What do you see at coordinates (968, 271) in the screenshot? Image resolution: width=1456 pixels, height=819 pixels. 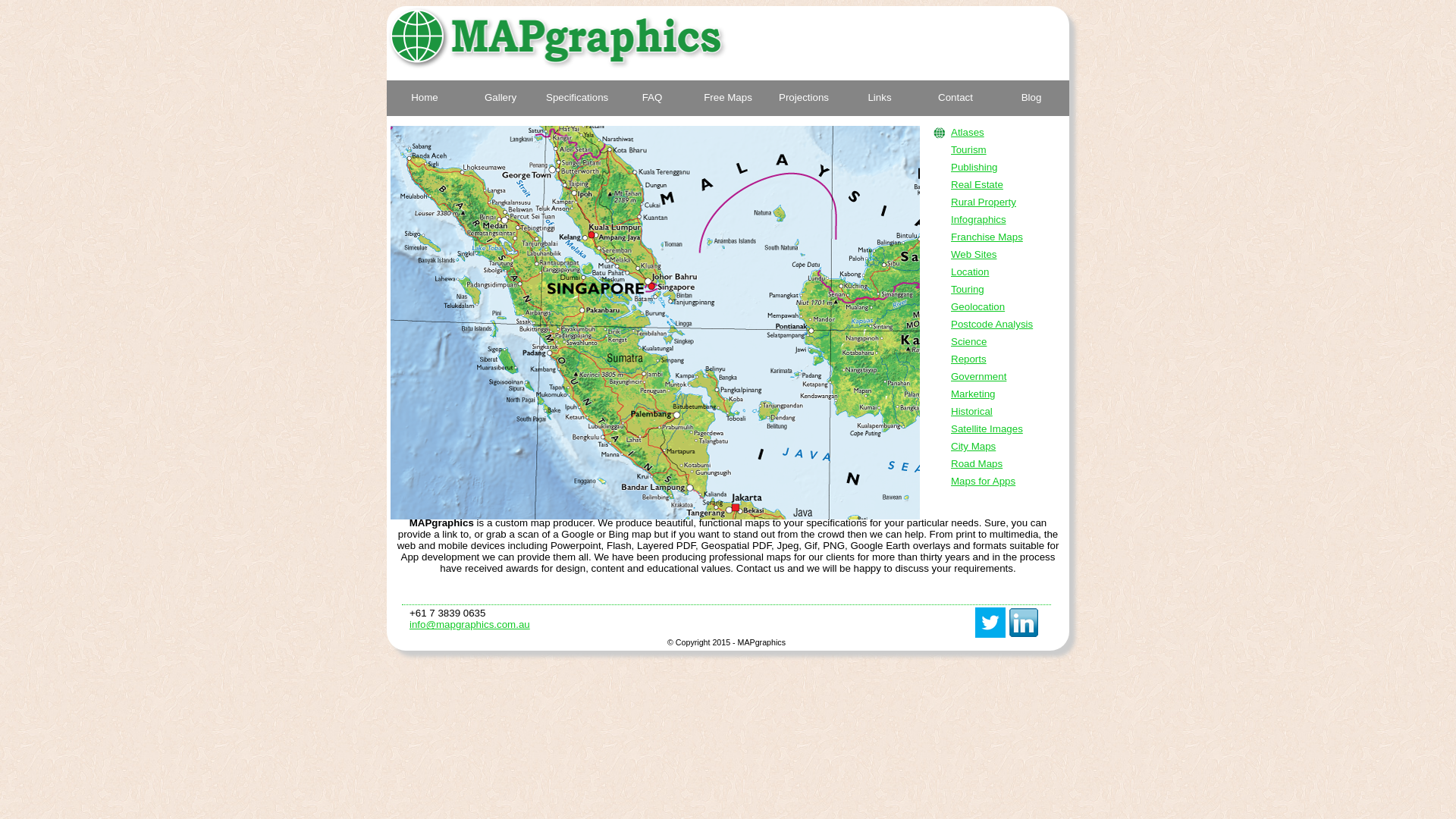 I see `'Location'` at bounding box center [968, 271].